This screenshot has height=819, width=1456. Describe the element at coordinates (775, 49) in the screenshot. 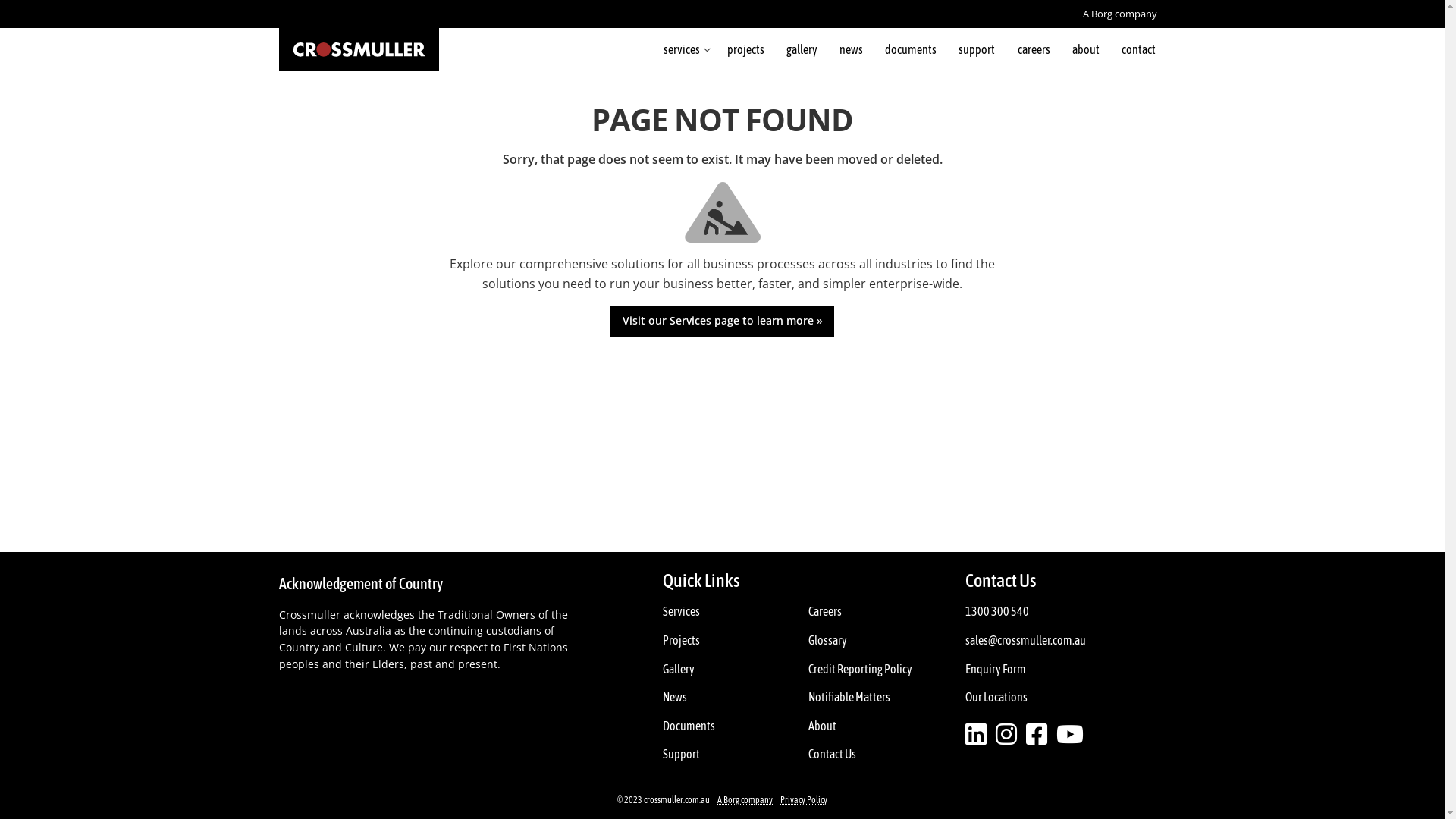

I see `'gallery'` at that location.